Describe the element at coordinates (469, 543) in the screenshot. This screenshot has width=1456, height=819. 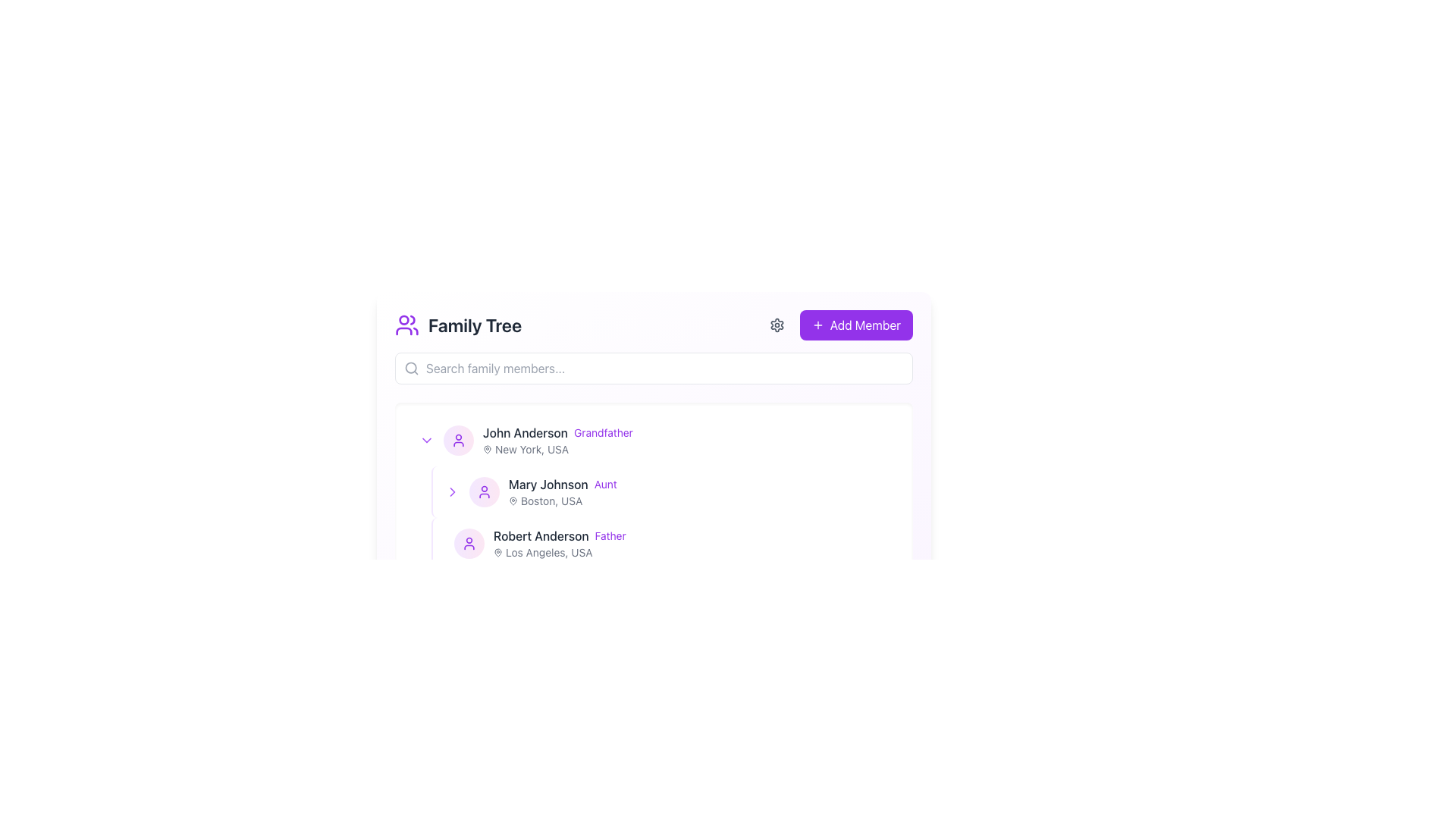
I see `the circular icon with a gradient background transitioning from purple to pink, which features a purple outlined SVG icon of a person, representing the individual named 'Robert Anderson.'` at that location.